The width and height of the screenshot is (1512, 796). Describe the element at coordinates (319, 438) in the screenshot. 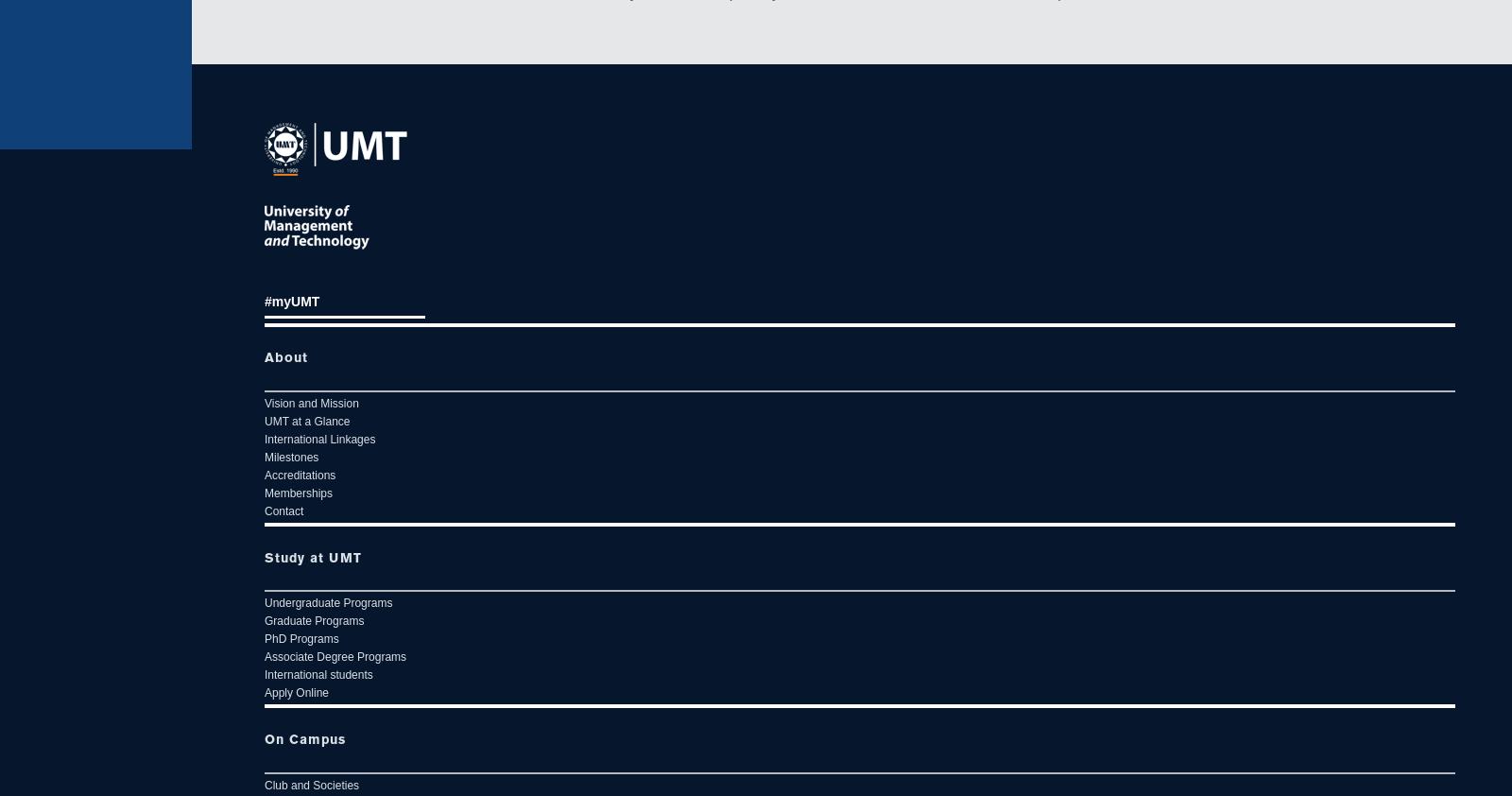

I see `'International Linkages'` at that location.